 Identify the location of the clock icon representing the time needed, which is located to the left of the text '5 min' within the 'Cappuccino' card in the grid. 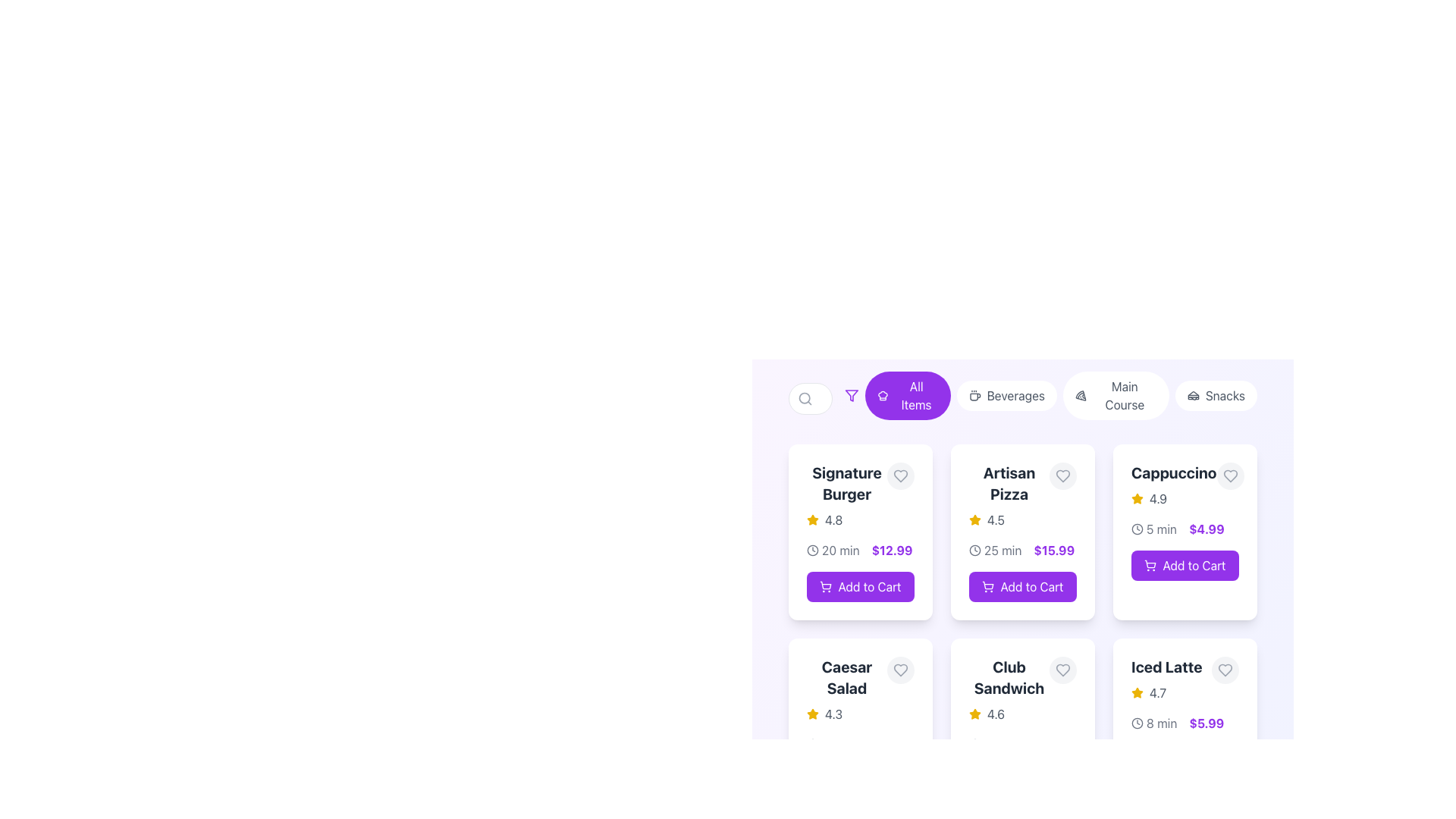
(1137, 529).